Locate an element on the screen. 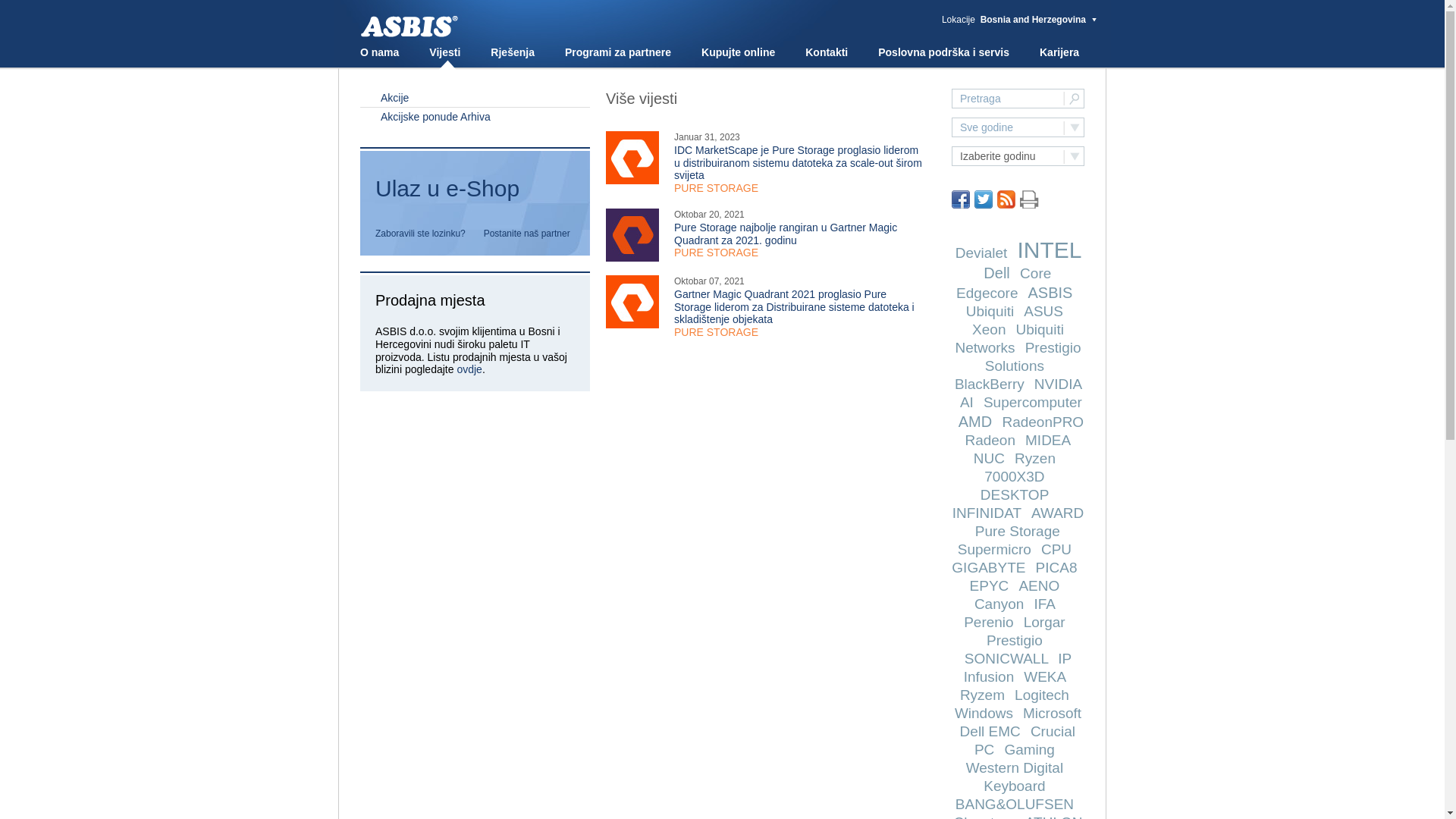  'Kupujte online' is located at coordinates (701, 52).